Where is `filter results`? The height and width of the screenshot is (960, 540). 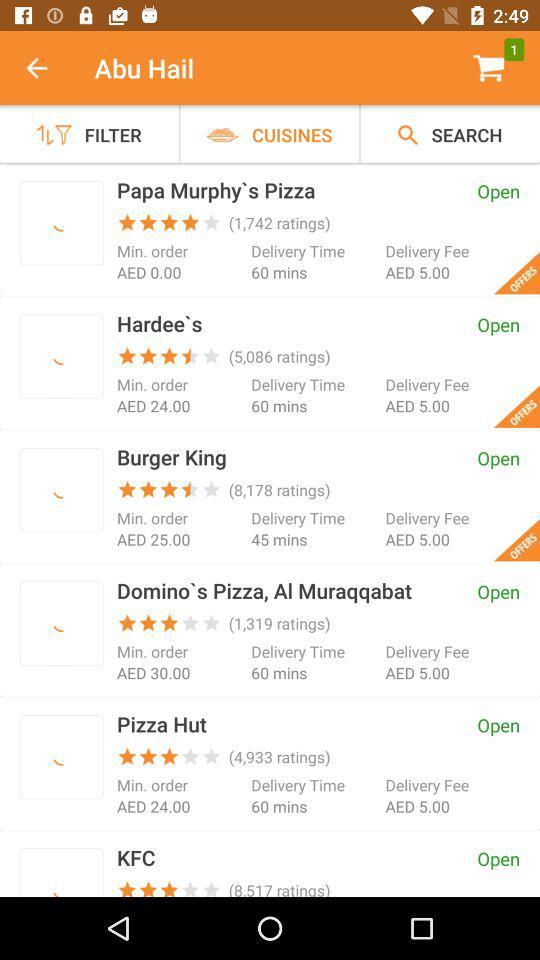 filter results is located at coordinates (61, 756).